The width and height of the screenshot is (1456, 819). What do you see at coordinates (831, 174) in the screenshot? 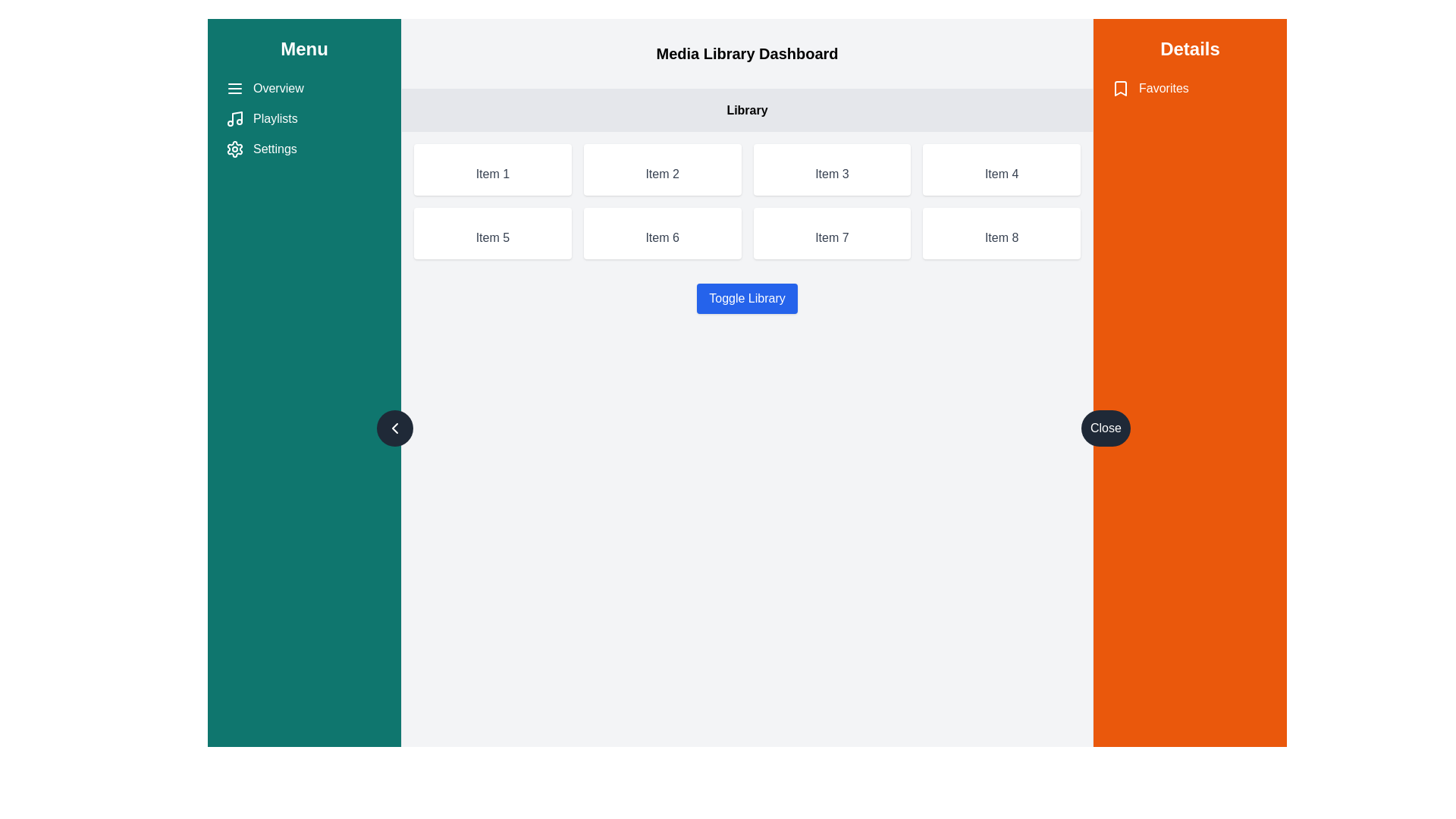
I see `text label element displaying 'Item 3' in the grid layout under the 'Library' section` at bounding box center [831, 174].